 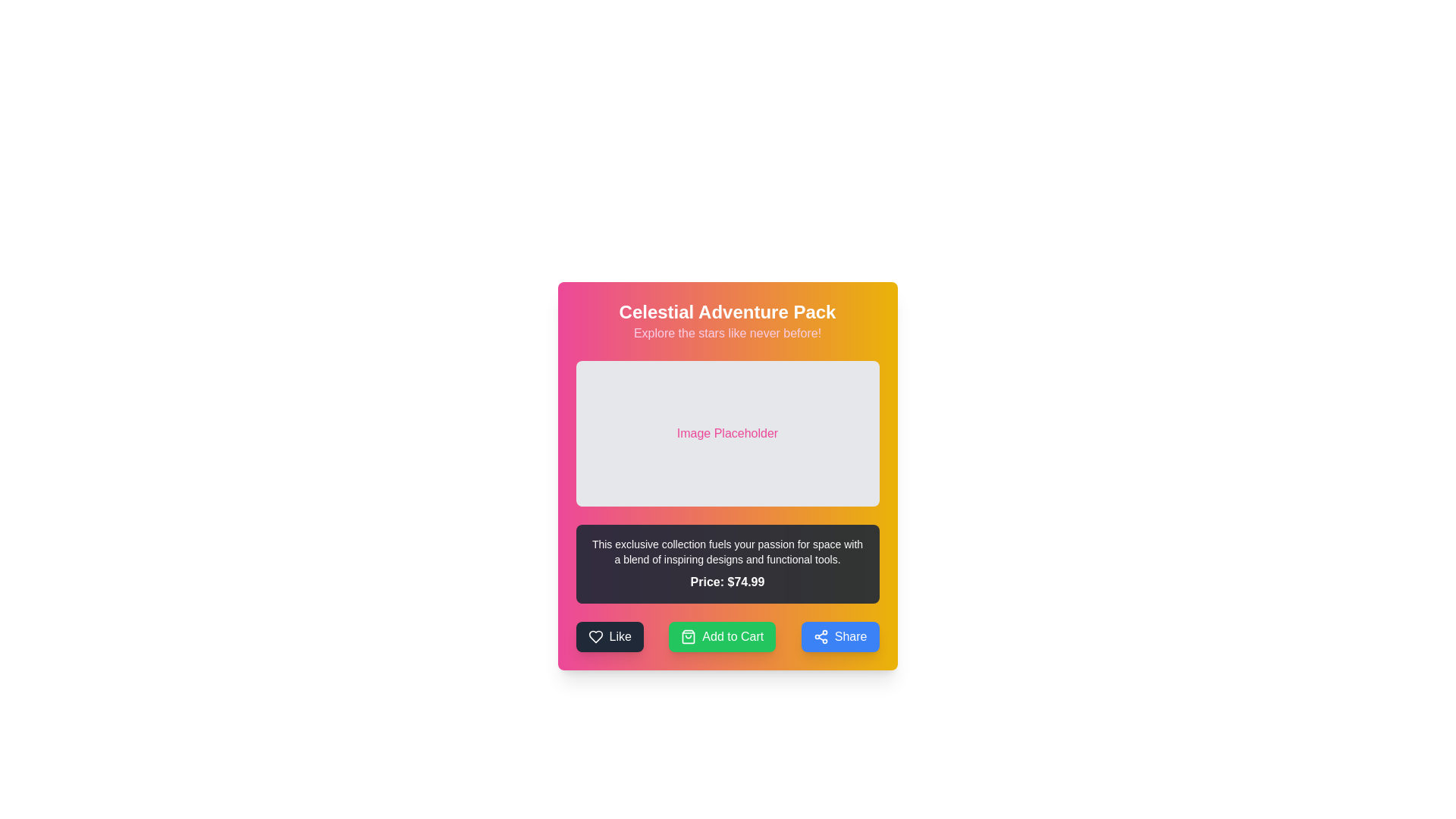 I want to click on the text label displaying 'Price: $74.99', which is a bold white font on a dark background, located at the bottom-center of the product details card, so click(x=726, y=581).